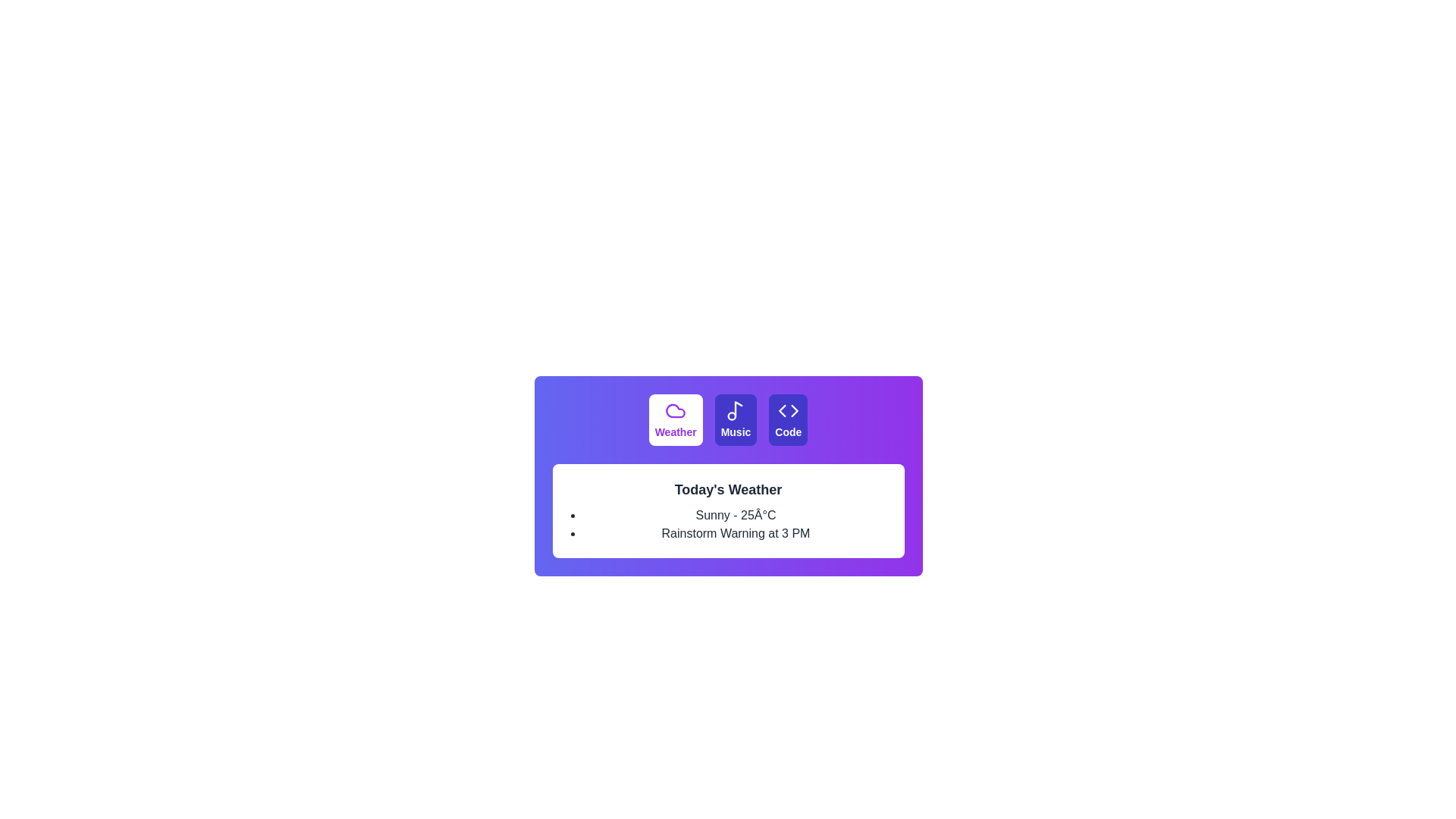 This screenshot has width=1456, height=819. What do you see at coordinates (736, 411) in the screenshot?
I see `the music icon located in the middle part of the interface, specifically the second icon from the left in a horizontal row of three icons` at bounding box center [736, 411].